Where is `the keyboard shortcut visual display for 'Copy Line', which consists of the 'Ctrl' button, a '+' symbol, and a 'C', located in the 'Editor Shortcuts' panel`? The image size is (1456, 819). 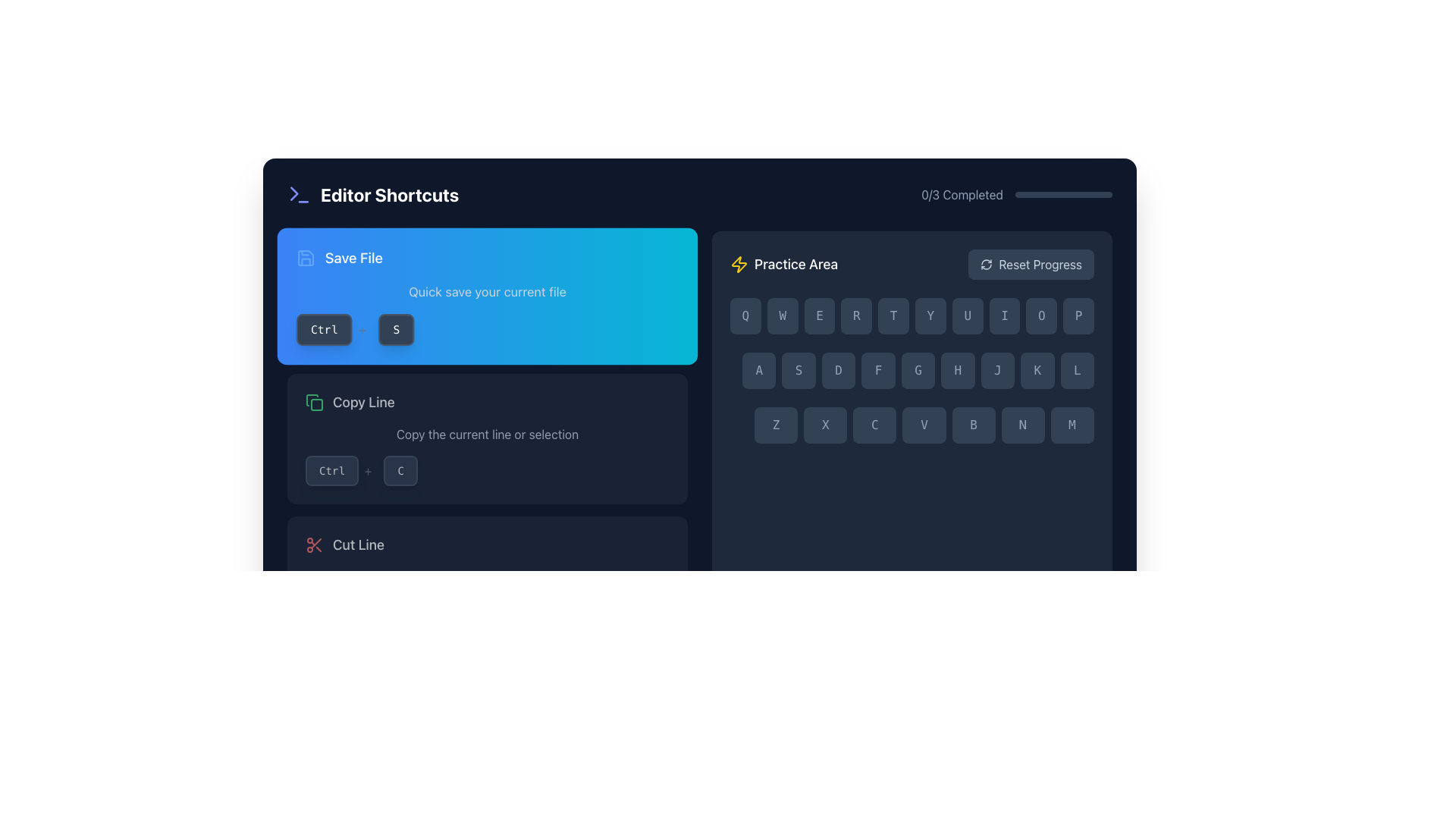
the keyboard shortcut visual display for 'Copy Line', which consists of the 'Ctrl' button, a '+' symbol, and a 'C', located in the 'Editor Shortcuts' panel is located at coordinates (488, 470).